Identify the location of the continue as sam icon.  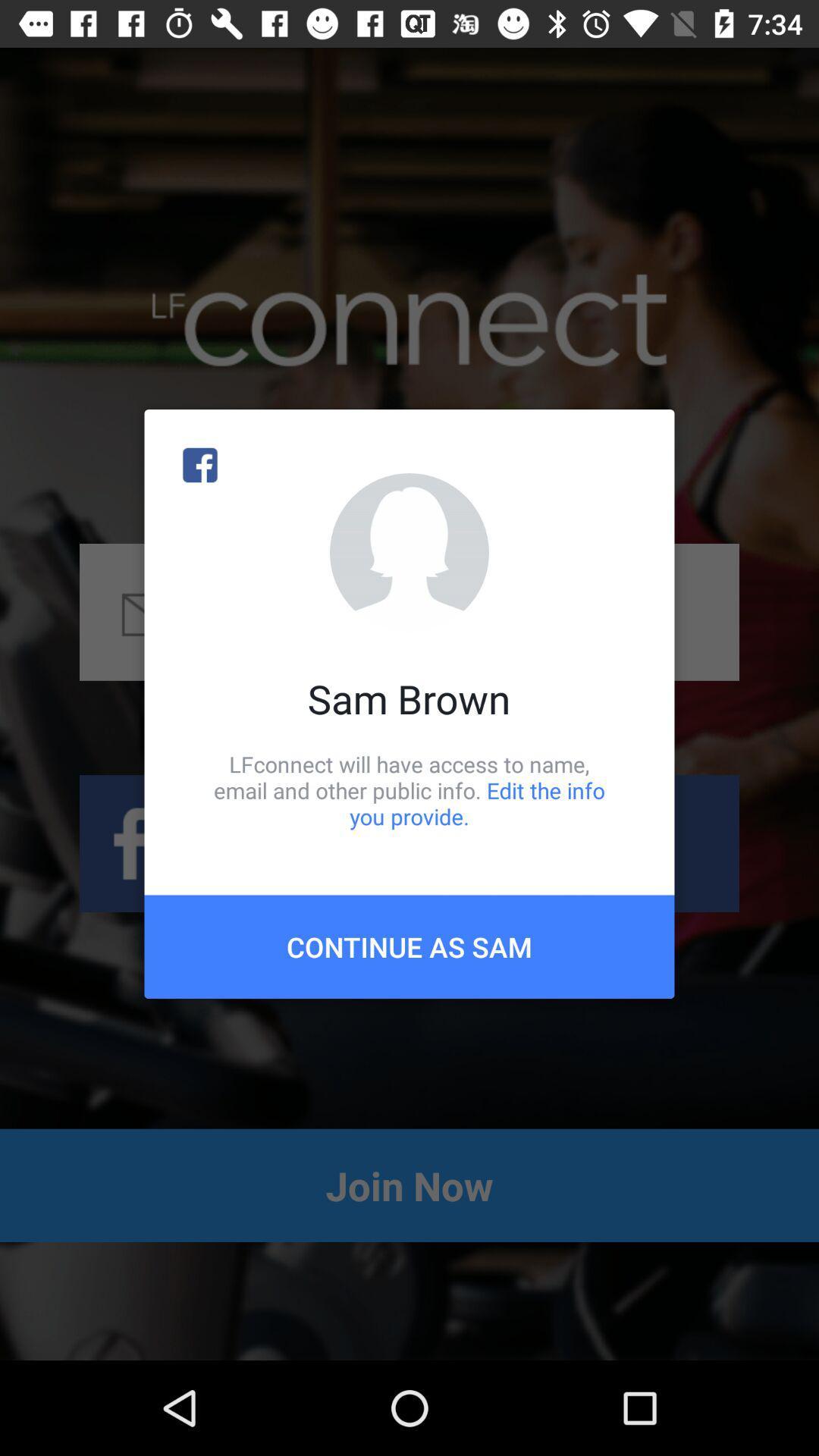
(409, 946).